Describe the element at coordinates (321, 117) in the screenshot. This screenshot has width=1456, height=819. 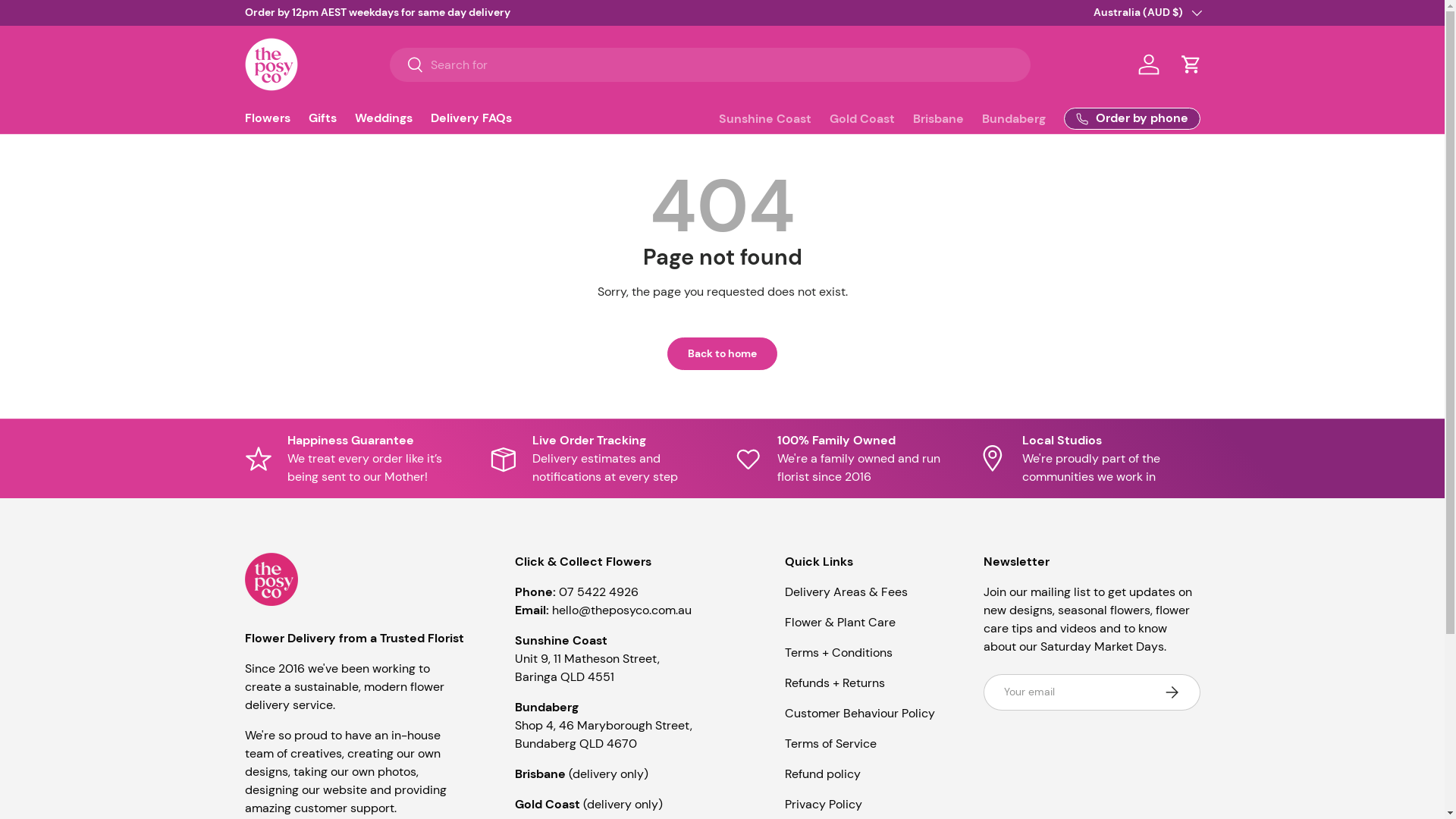
I see `'Gifts'` at that location.